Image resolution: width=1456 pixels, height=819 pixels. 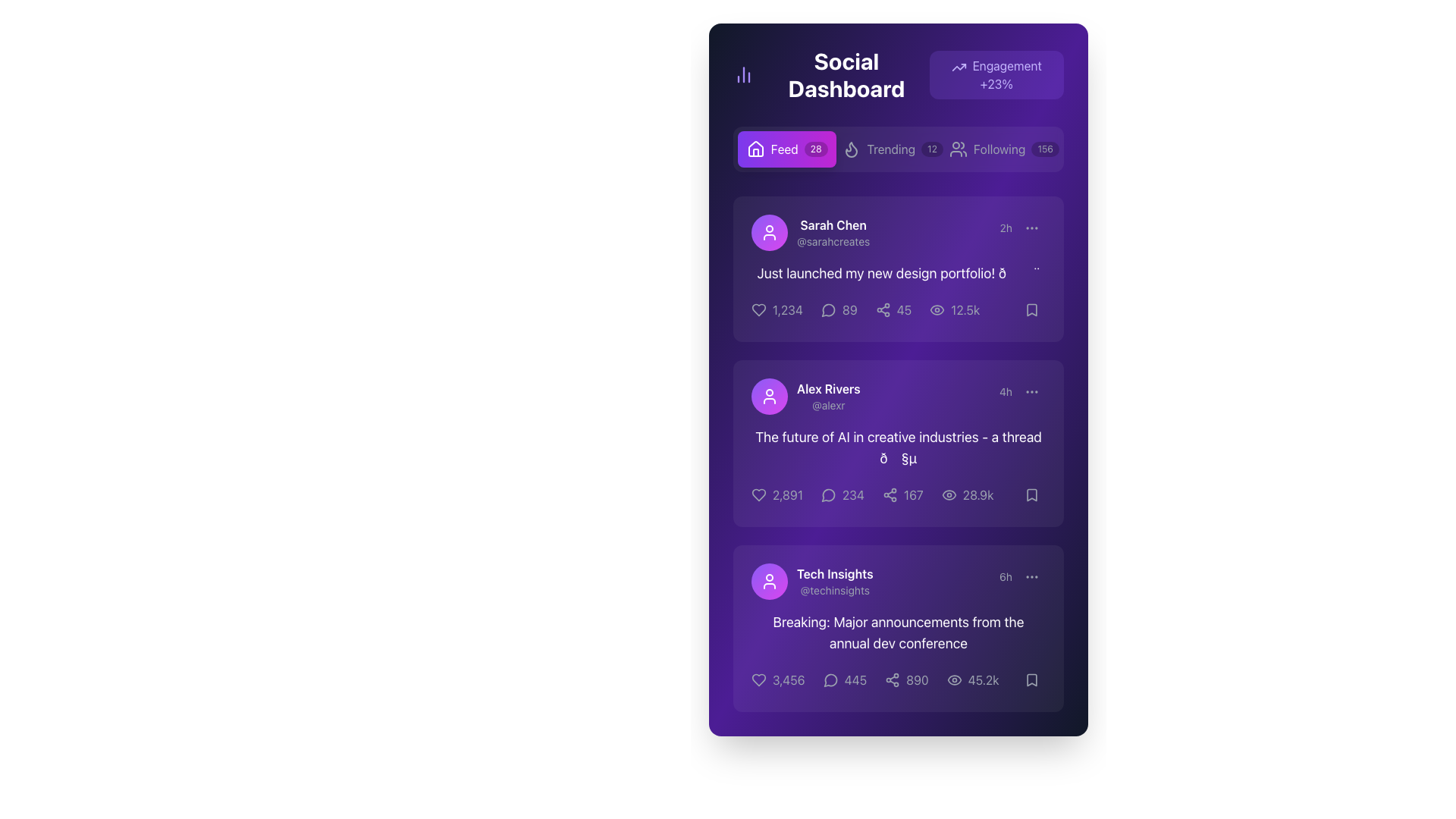 I want to click on username '@techinsights' from the text label positioned directly below the 'Tech Insights' text in the third card of the list on the dashboard, so click(x=834, y=590).